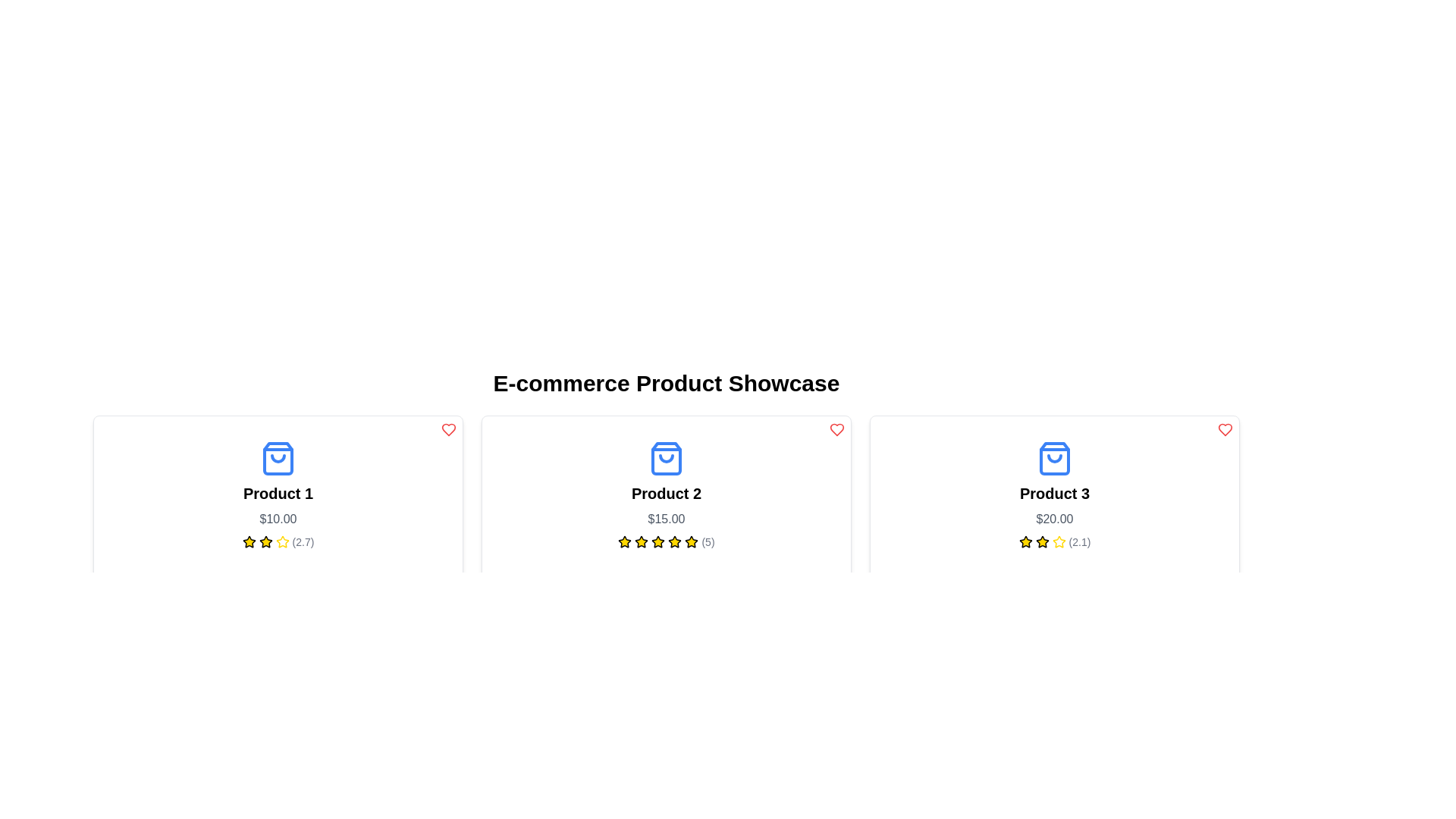 This screenshot has height=819, width=1456. What do you see at coordinates (658, 541) in the screenshot?
I see `the fourth star rating icon for 'Product 2' to visually interpret its rating` at bounding box center [658, 541].